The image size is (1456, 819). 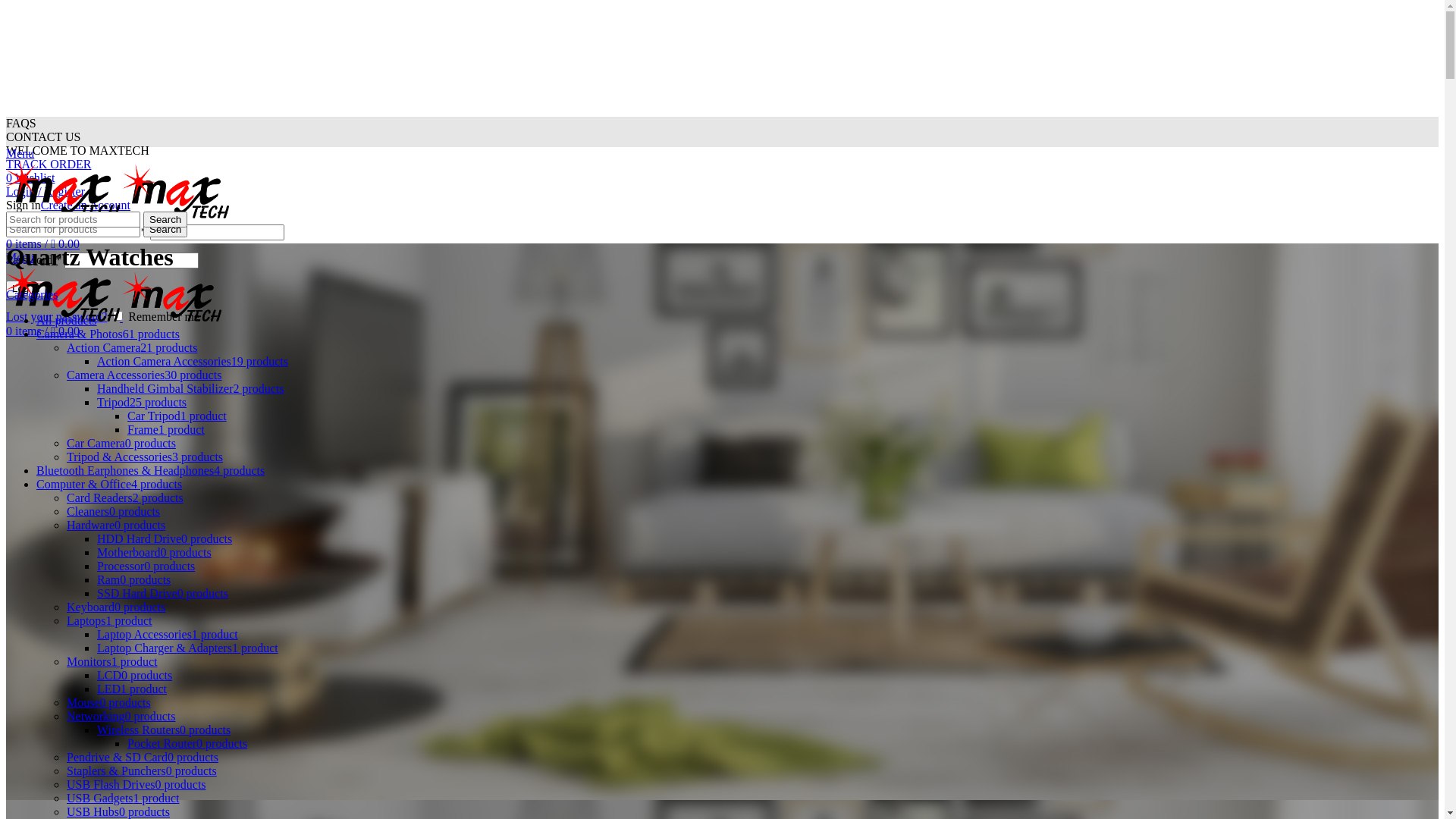 I want to click on 'Tripod25 products', so click(x=142, y=401).